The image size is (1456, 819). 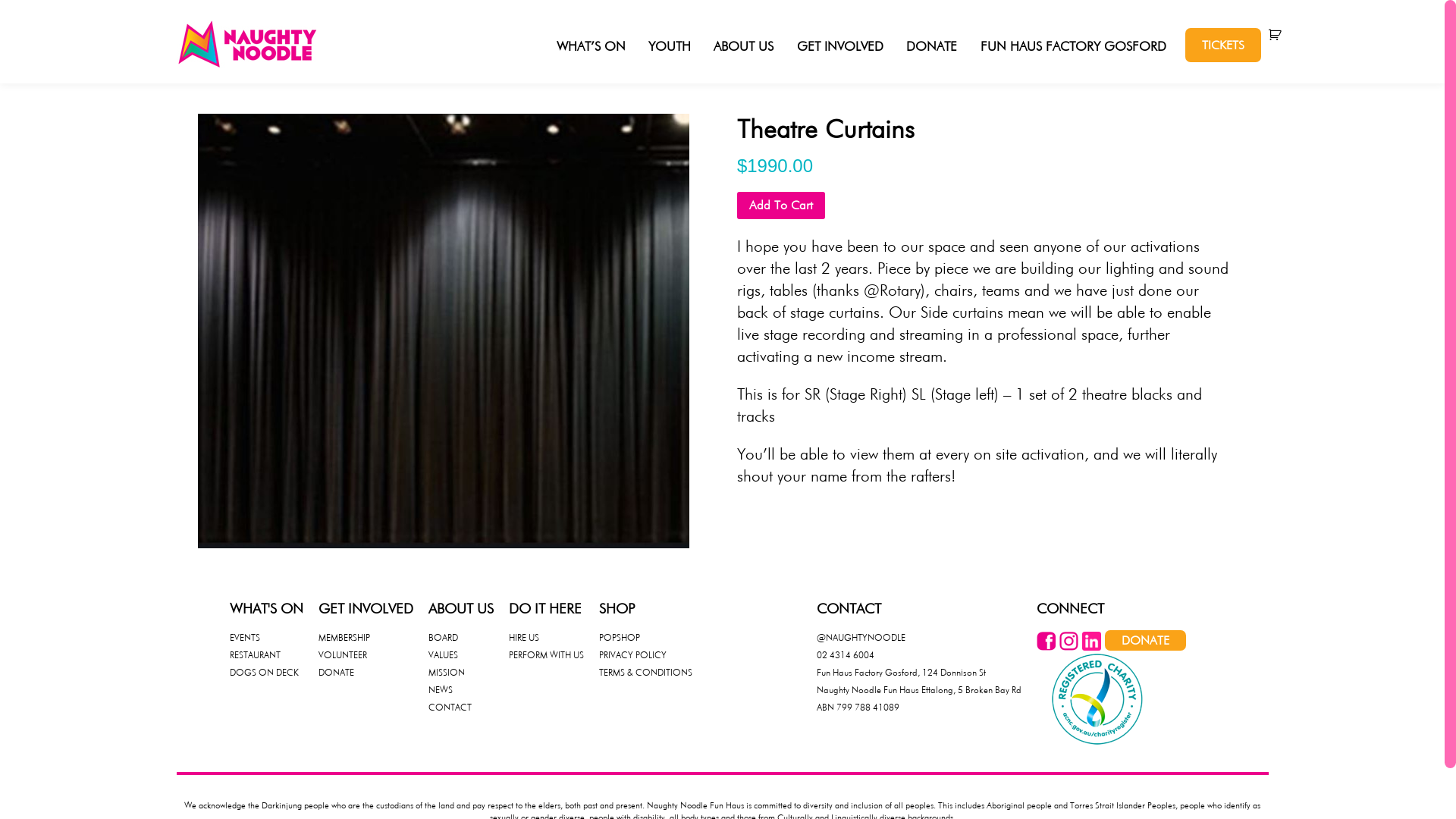 What do you see at coordinates (736, 205) in the screenshot?
I see `'Add To Cart'` at bounding box center [736, 205].